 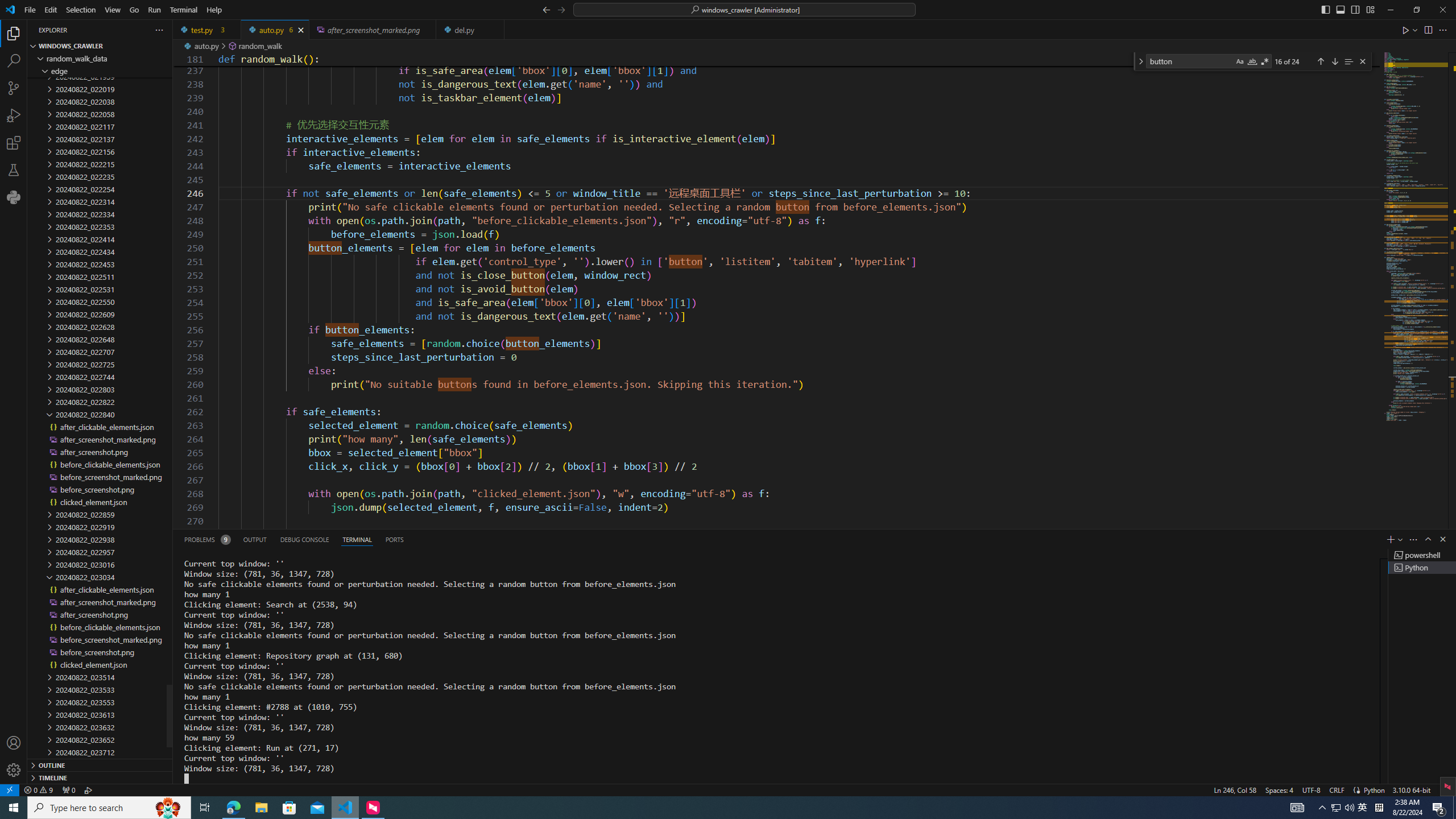 I want to click on 'Hide Panel', so click(x=1442, y=539).